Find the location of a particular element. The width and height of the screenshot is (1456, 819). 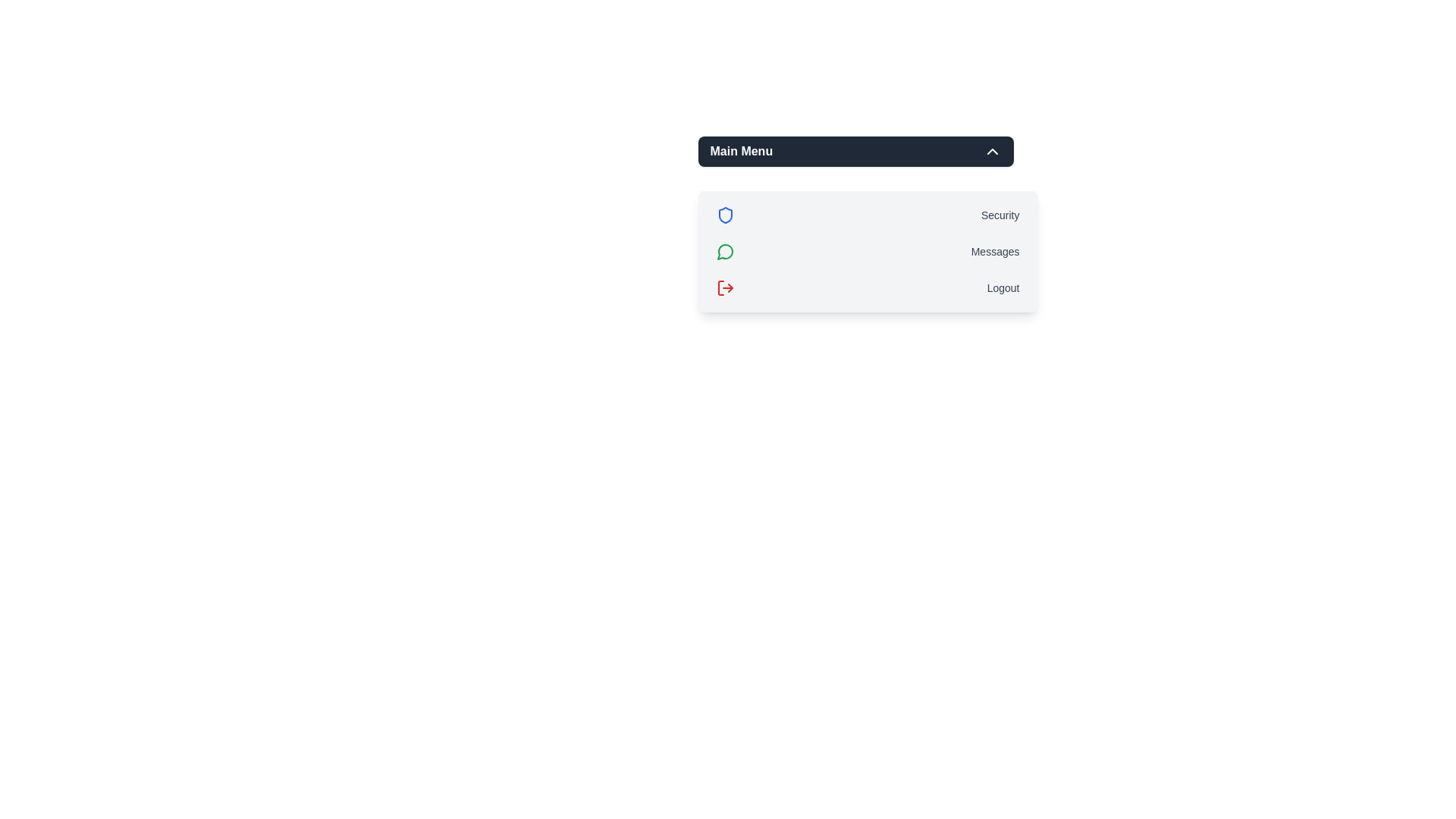

the 'Main Menu' text label displayed in bold white font within the dark rectangular header located is located at coordinates (741, 152).